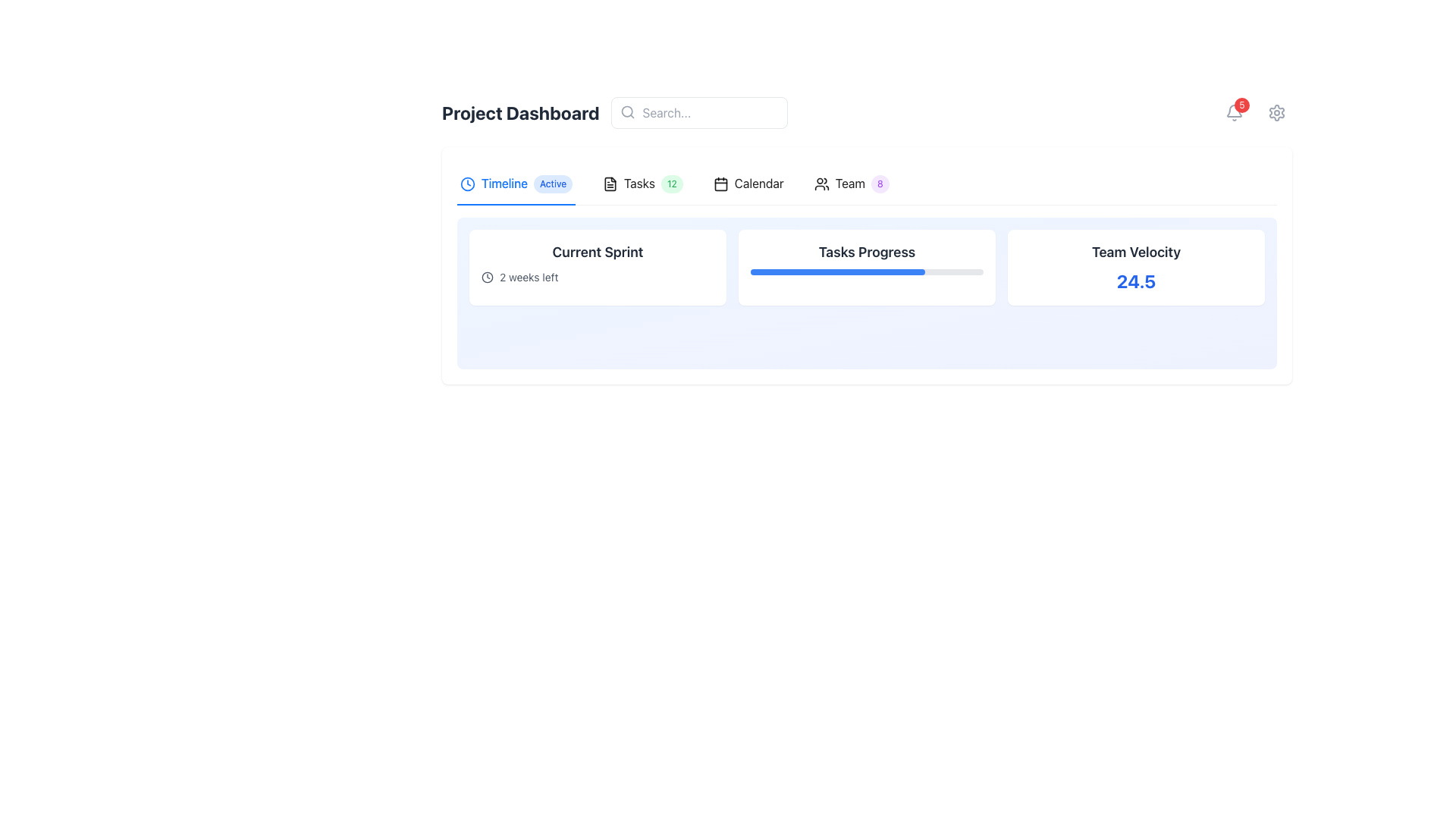  What do you see at coordinates (516, 183) in the screenshot?
I see `the 'Timeline' tab, which is the leftmost item in the horizontal tab menu at the top of the interface` at bounding box center [516, 183].